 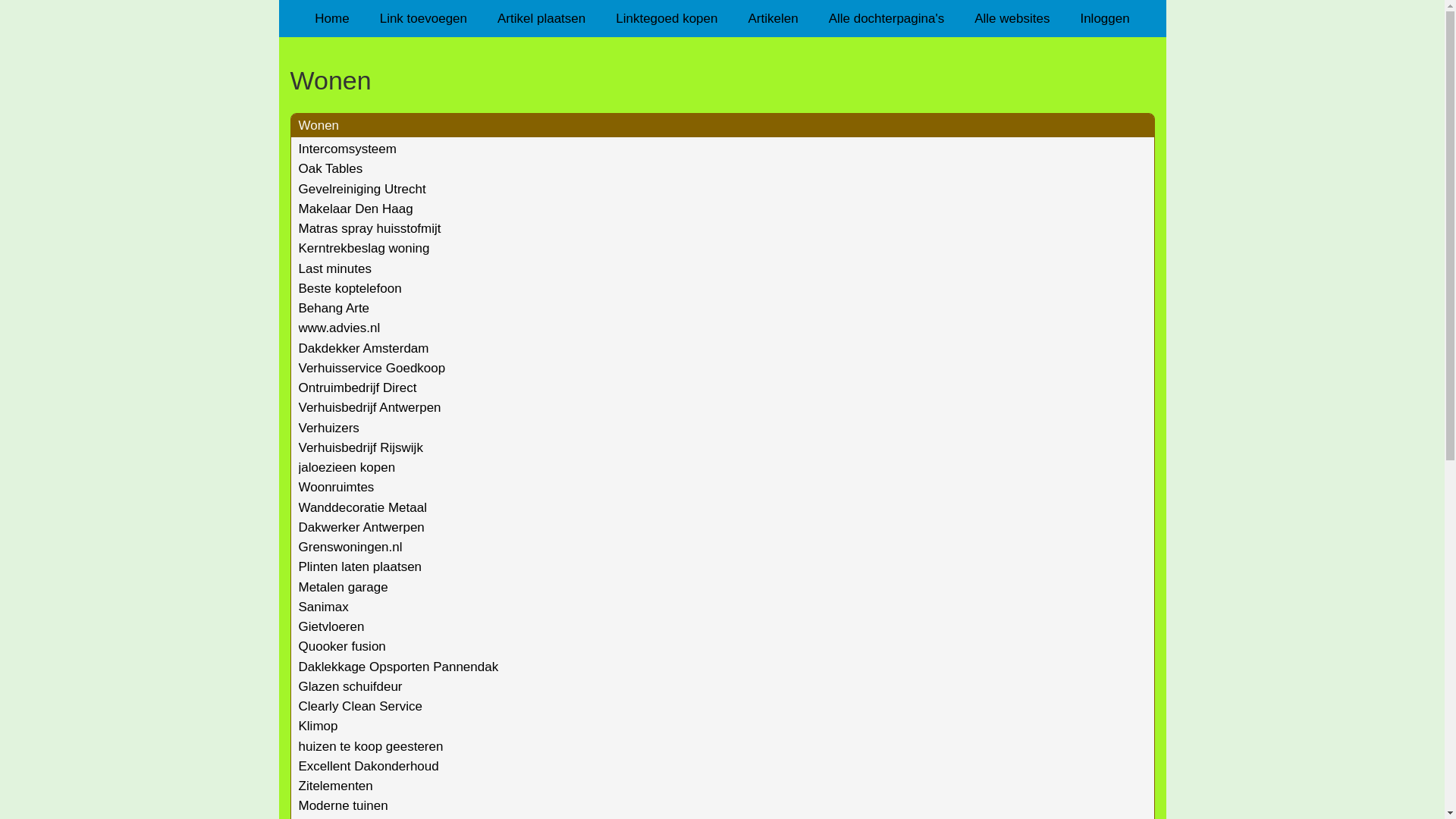 I want to click on 'Grenswoningen.nl', so click(x=350, y=547).